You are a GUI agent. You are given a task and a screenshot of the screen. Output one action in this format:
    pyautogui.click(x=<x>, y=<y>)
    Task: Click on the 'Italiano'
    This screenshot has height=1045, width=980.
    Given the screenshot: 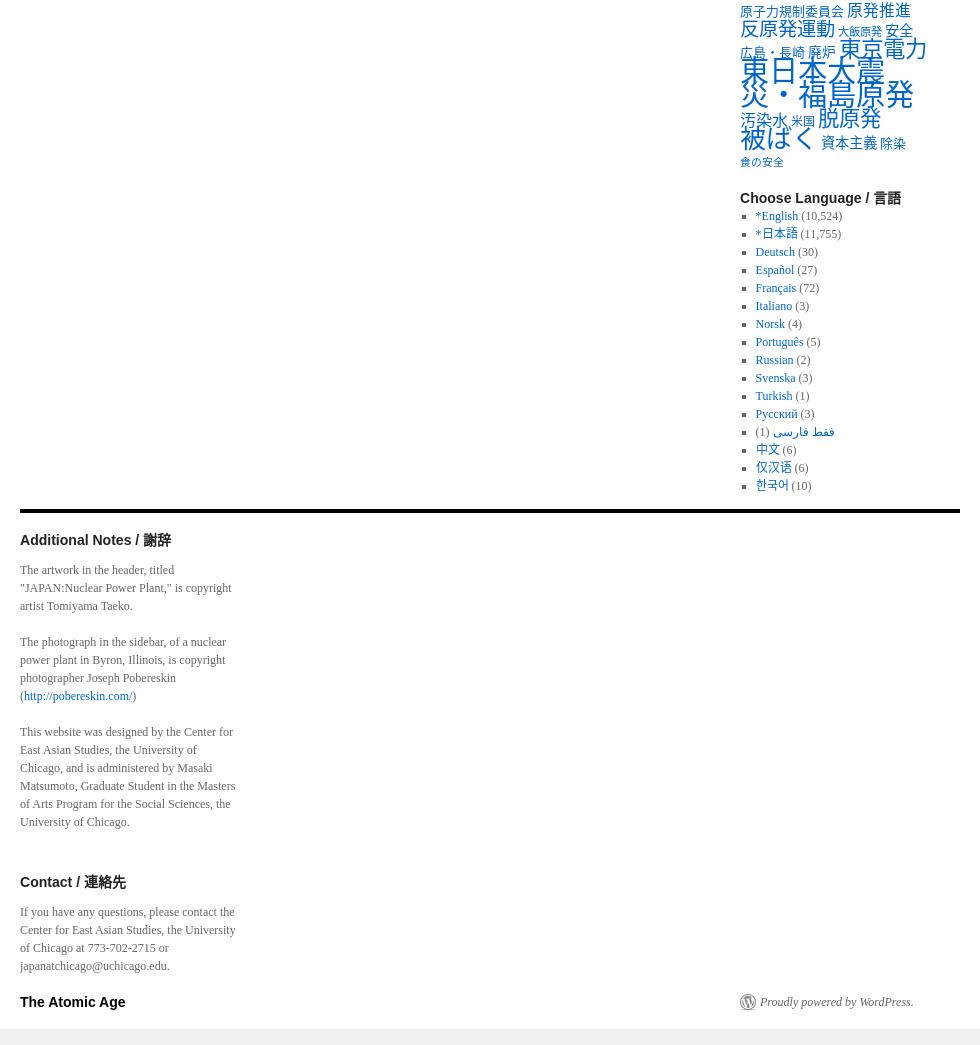 What is the action you would take?
    pyautogui.click(x=773, y=305)
    